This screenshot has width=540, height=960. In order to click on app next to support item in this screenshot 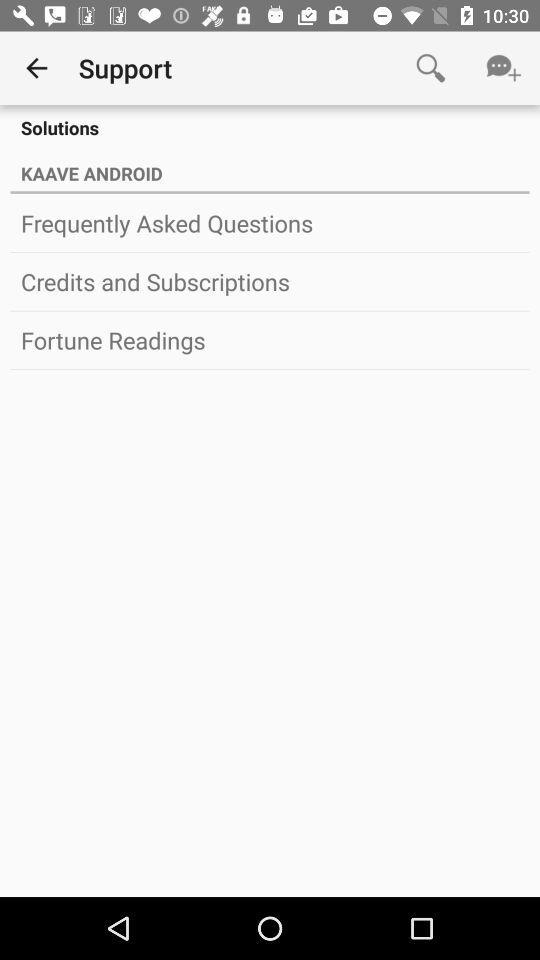, I will do `click(429, 68)`.